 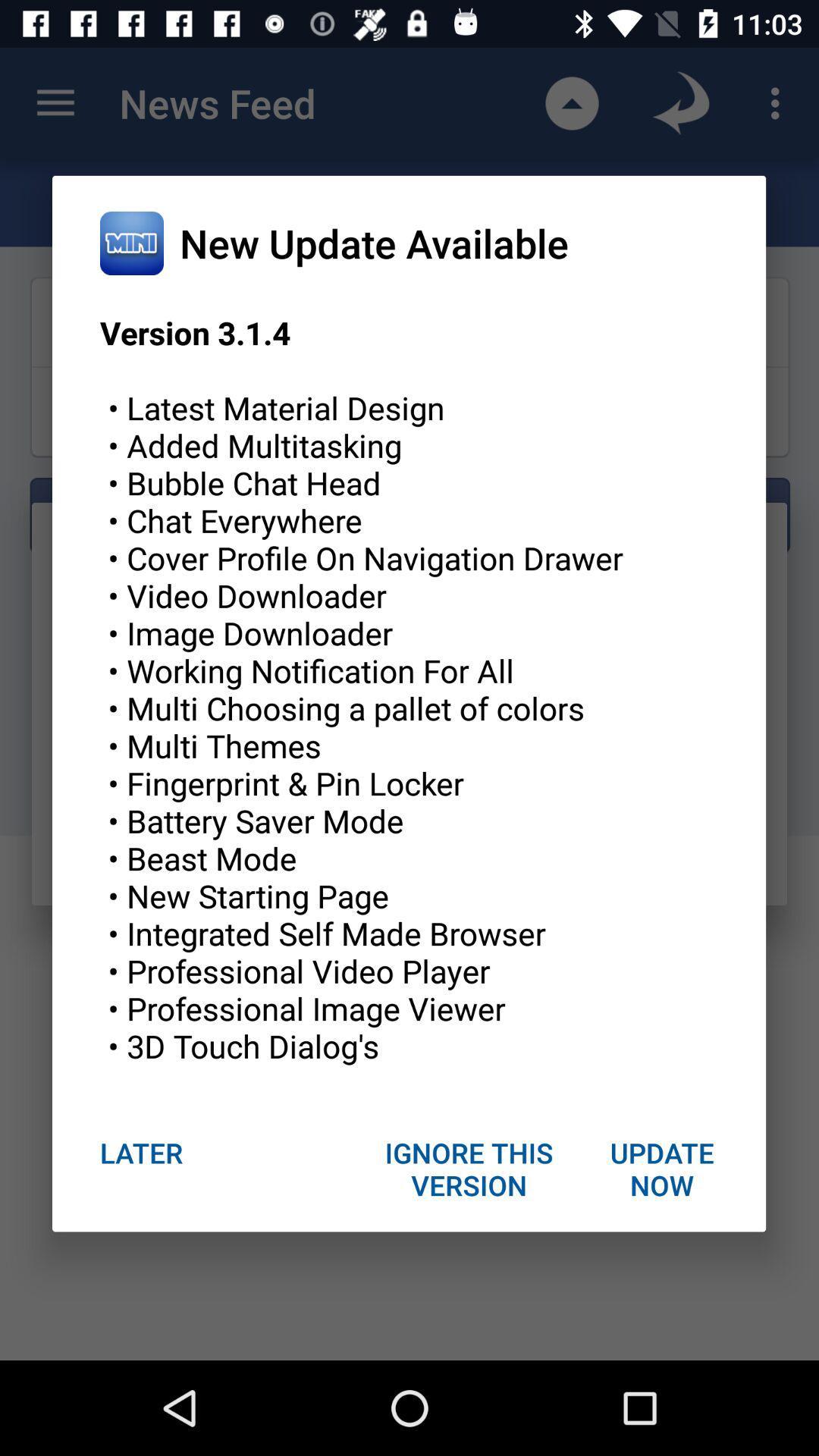 What do you see at coordinates (469, 1168) in the screenshot?
I see `icon to the right of later` at bounding box center [469, 1168].